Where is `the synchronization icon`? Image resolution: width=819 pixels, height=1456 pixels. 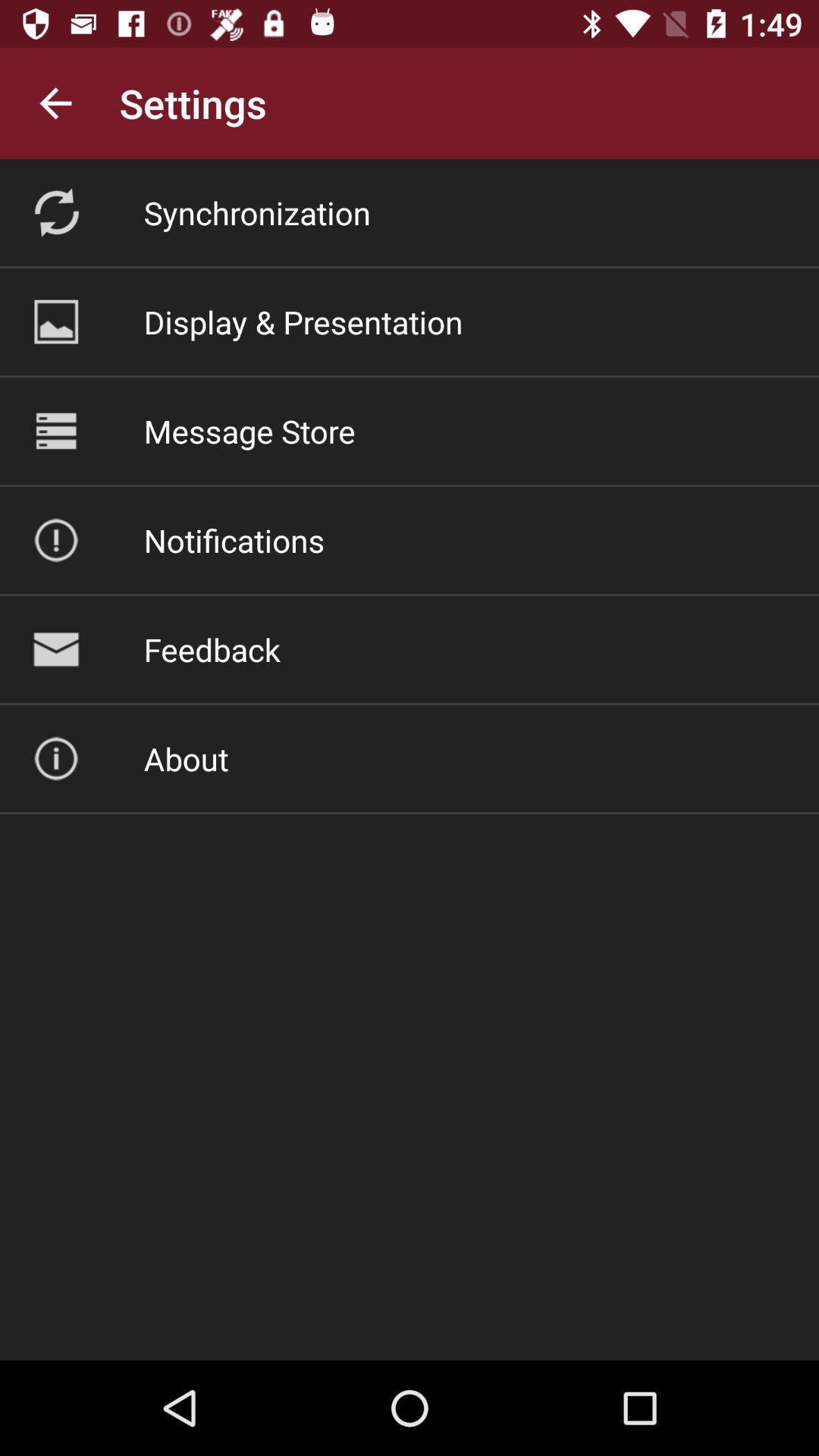
the synchronization icon is located at coordinates (256, 212).